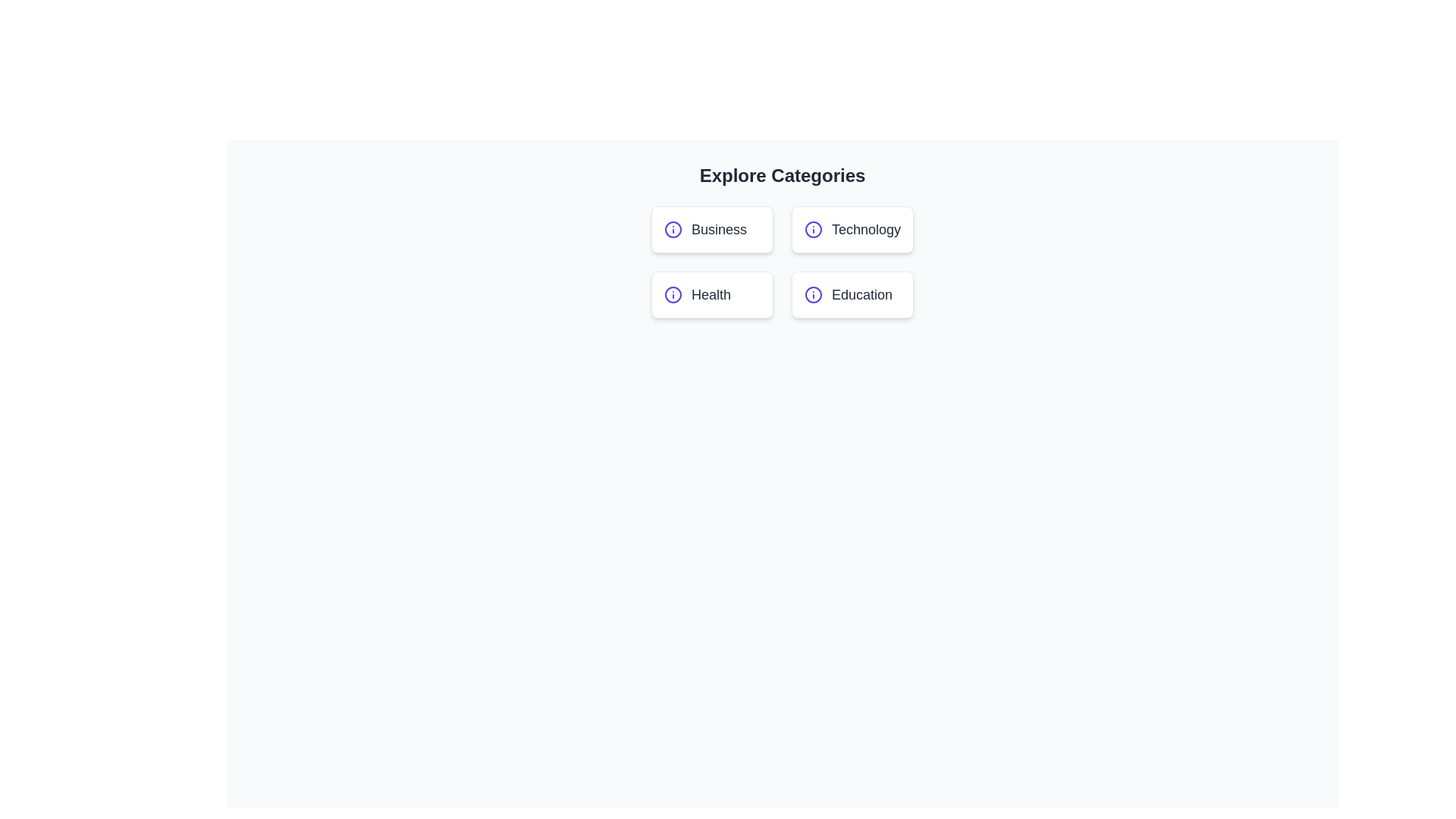  What do you see at coordinates (862, 295) in the screenshot?
I see `the 'Education' category label, which is a non-interactive text label positioned in the lower right card of a 2 by 2 grid layout under 'Explore Categories'` at bounding box center [862, 295].